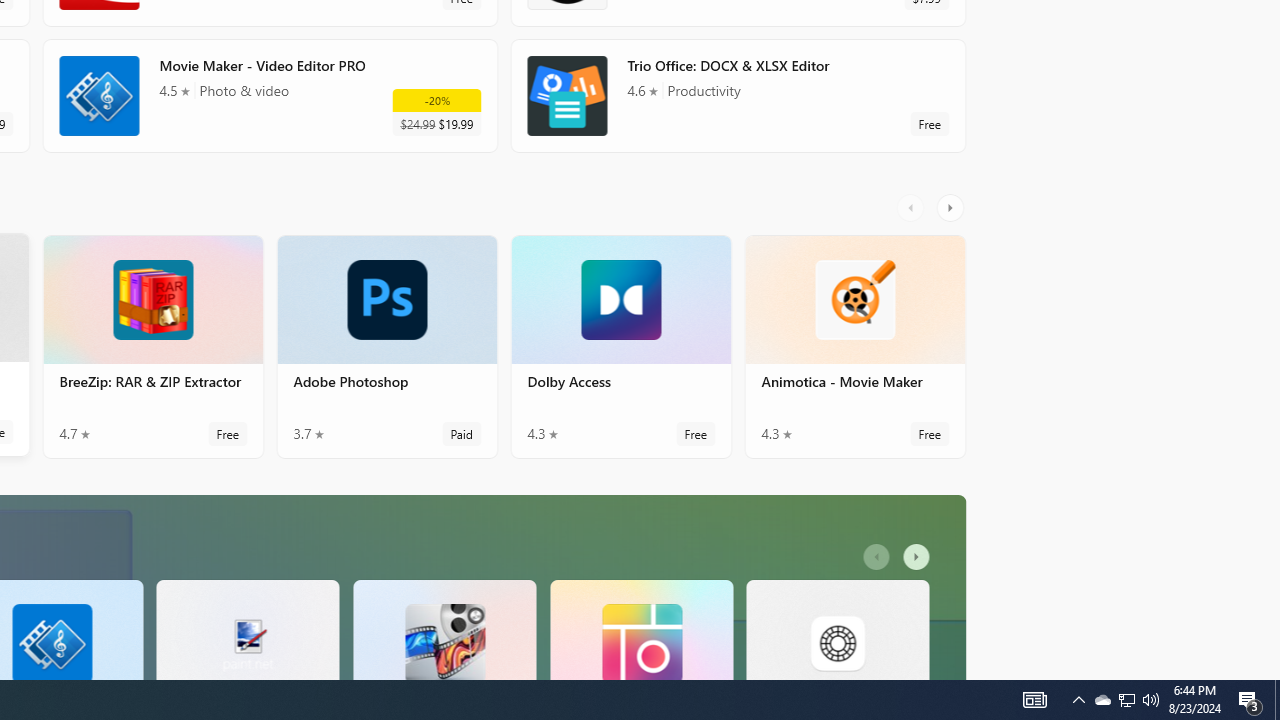  I want to click on 'Vertical Large Increase', so click(1271, 408).